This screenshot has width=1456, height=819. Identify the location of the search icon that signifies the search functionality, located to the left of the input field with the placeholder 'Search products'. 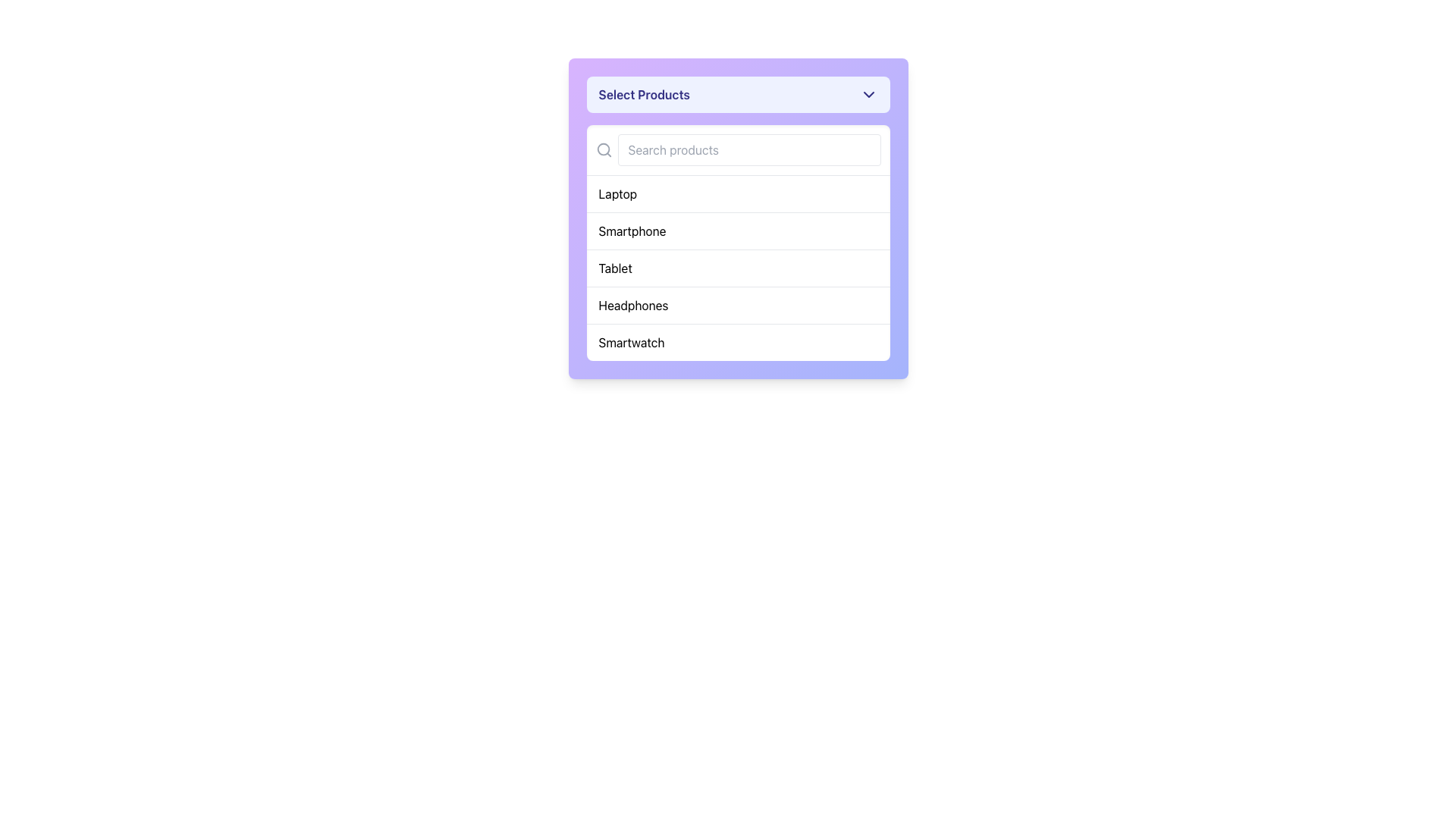
(603, 149).